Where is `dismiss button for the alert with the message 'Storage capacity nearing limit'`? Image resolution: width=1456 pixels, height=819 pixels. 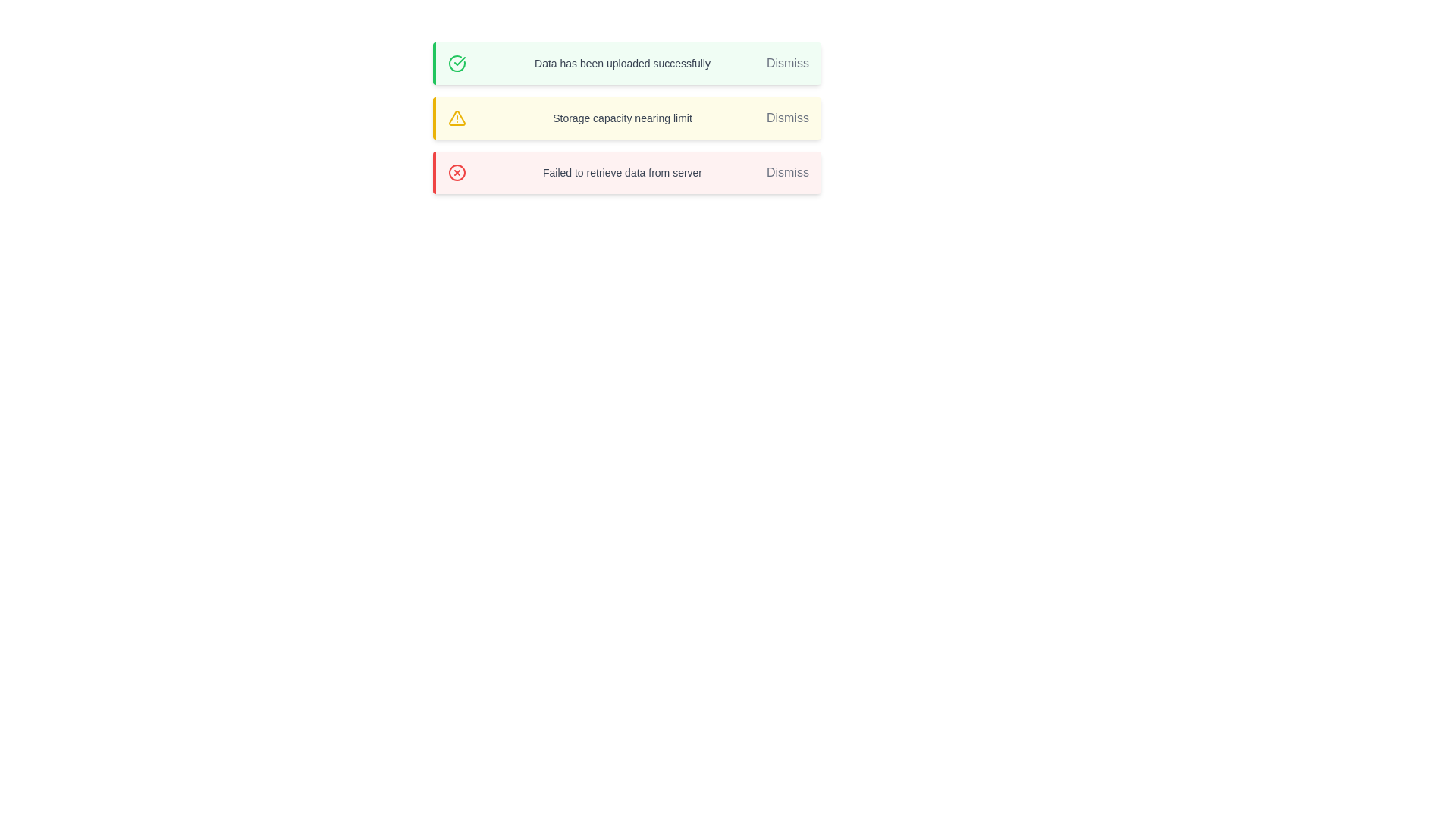
dismiss button for the alert with the message 'Storage capacity nearing limit' is located at coordinates (787, 117).